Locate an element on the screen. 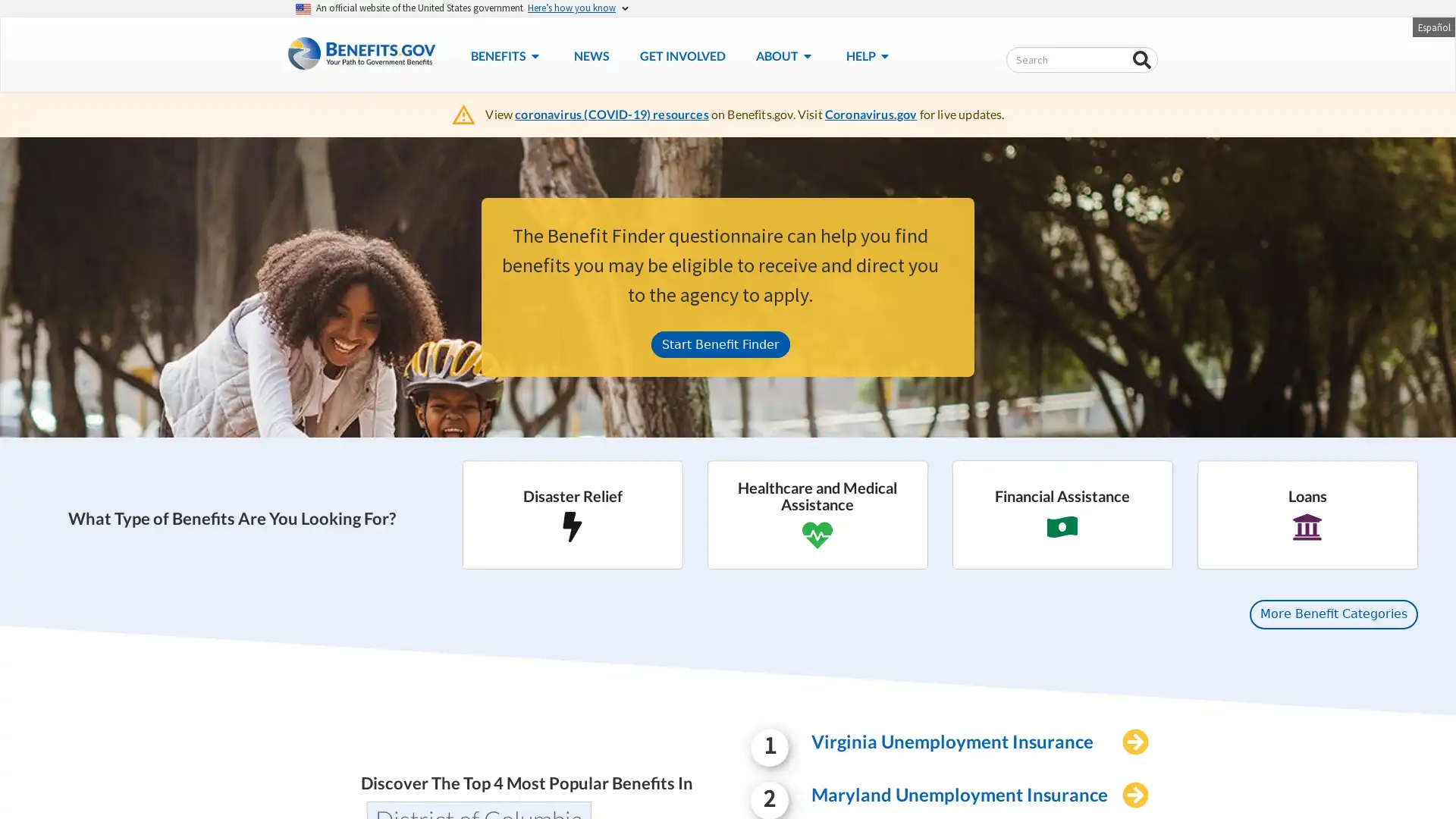 Image resolution: width=1456 pixels, height=819 pixels. GET INVOLVED is located at coordinates (681, 55).